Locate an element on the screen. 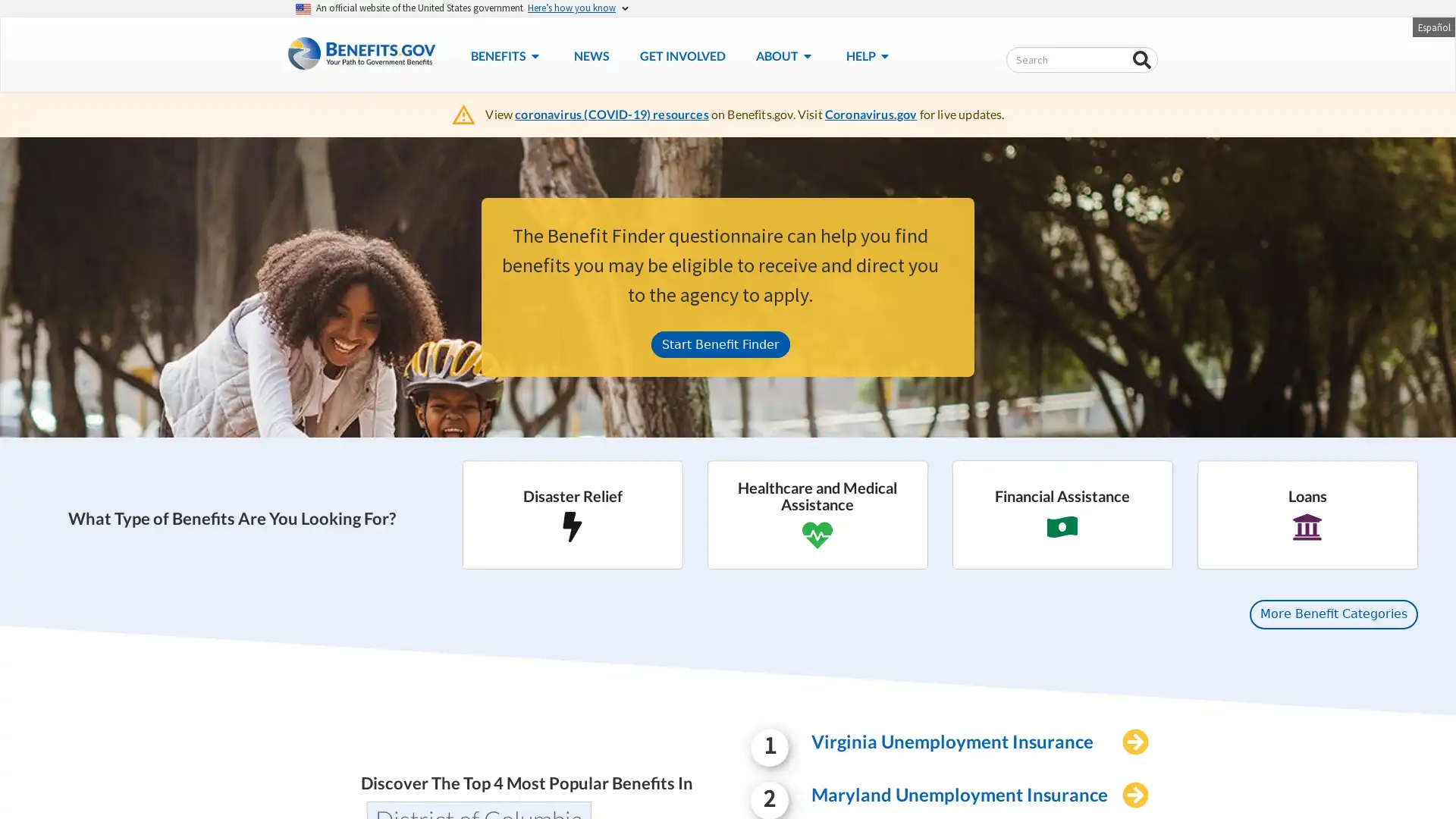 Image resolution: width=1456 pixels, height=819 pixels. GET INVOLVED is located at coordinates (681, 55).